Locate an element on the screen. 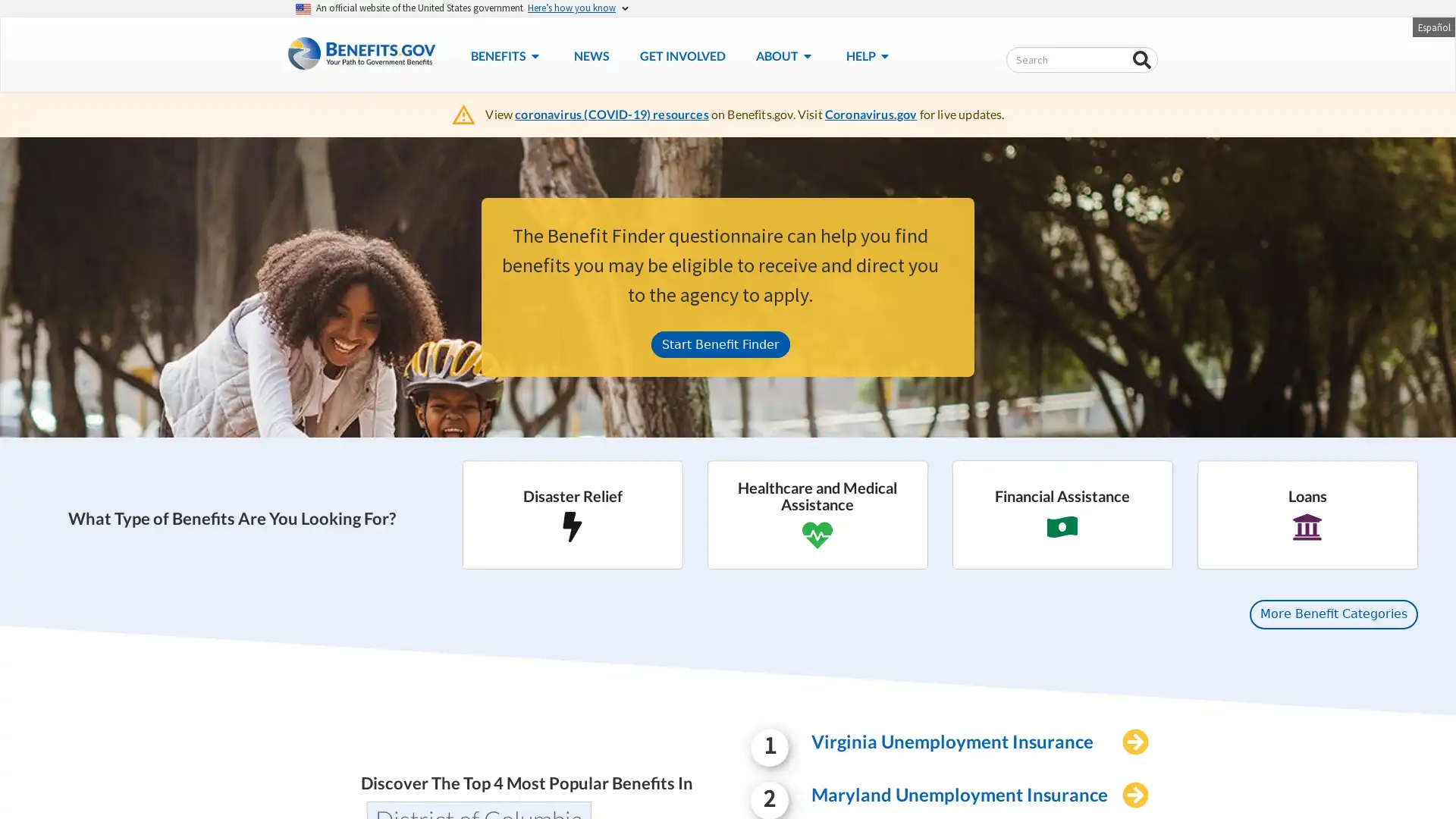 Image resolution: width=1456 pixels, height=819 pixels. GET INVOLVED is located at coordinates (681, 55).